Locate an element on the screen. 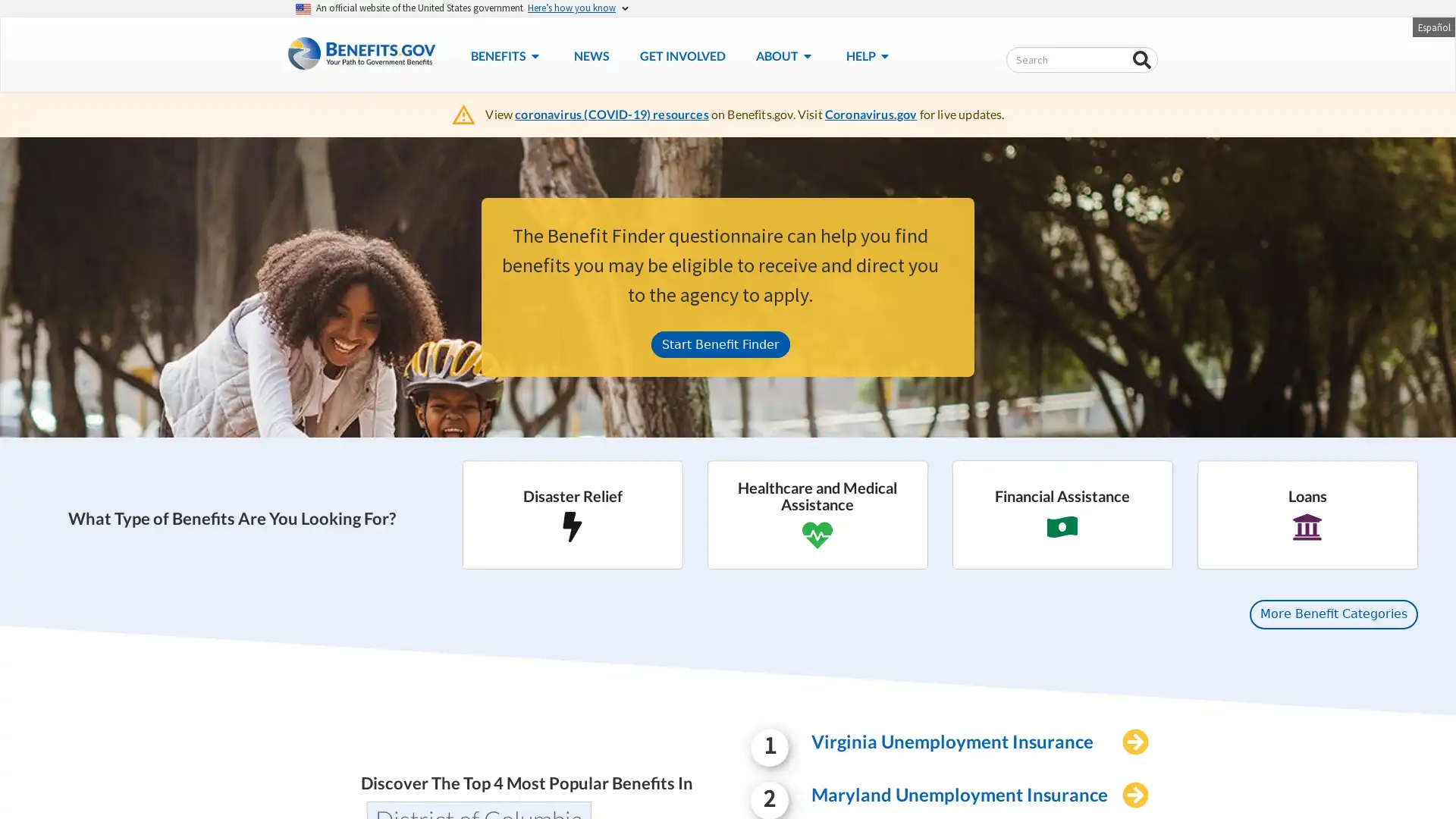 Image resolution: width=1456 pixels, height=819 pixels. GET INVOLVED is located at coordinates (681, 55).